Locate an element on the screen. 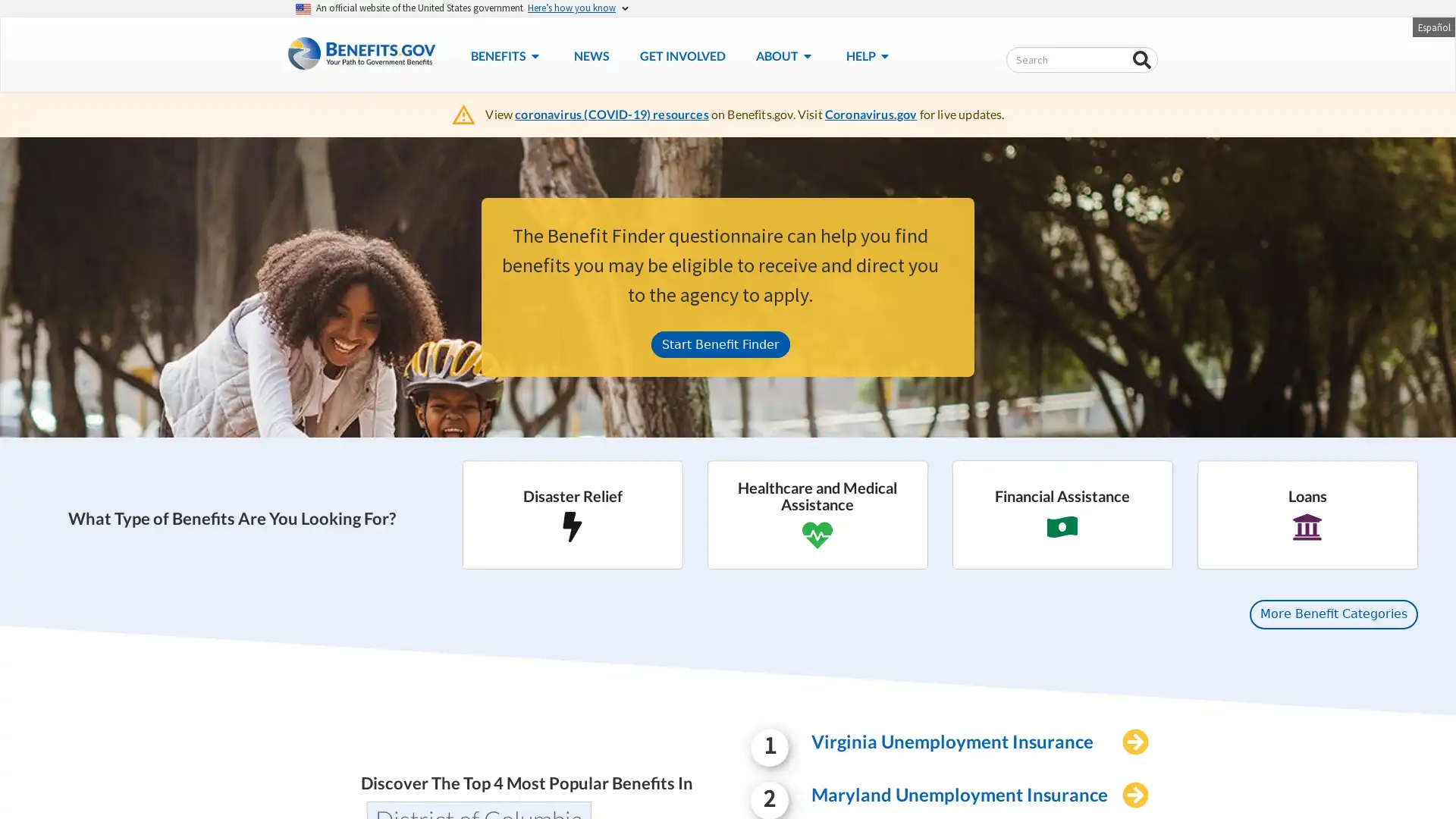 Image resolution: width=1456 pixels, height=819 pixels. GET INVOLVED is located at coordinates (681, 55).